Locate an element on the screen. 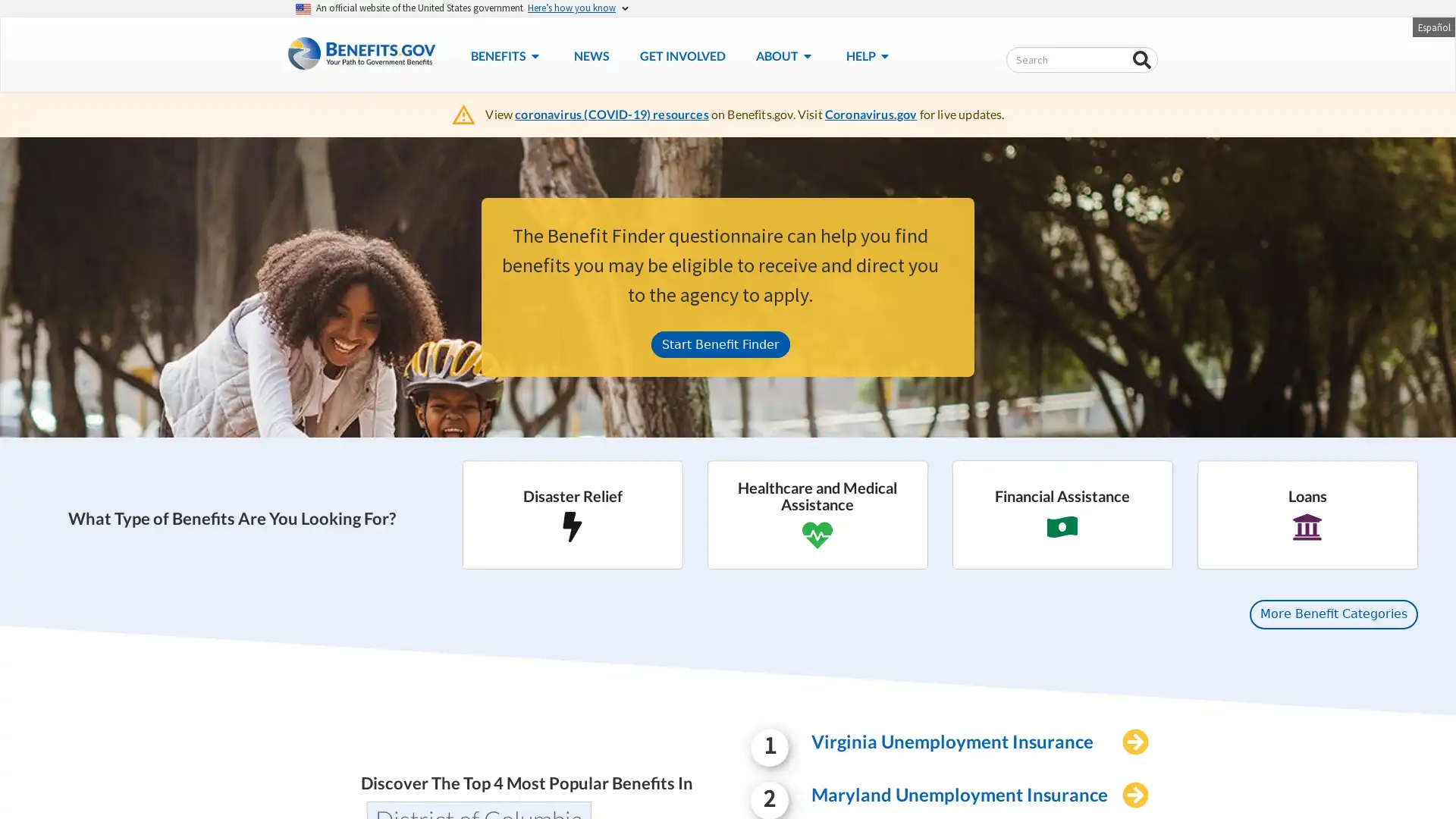 Image resolution: width=1456 pixels, height=819 pixels. GET INVOLVED is located at coordinates (681, 55).